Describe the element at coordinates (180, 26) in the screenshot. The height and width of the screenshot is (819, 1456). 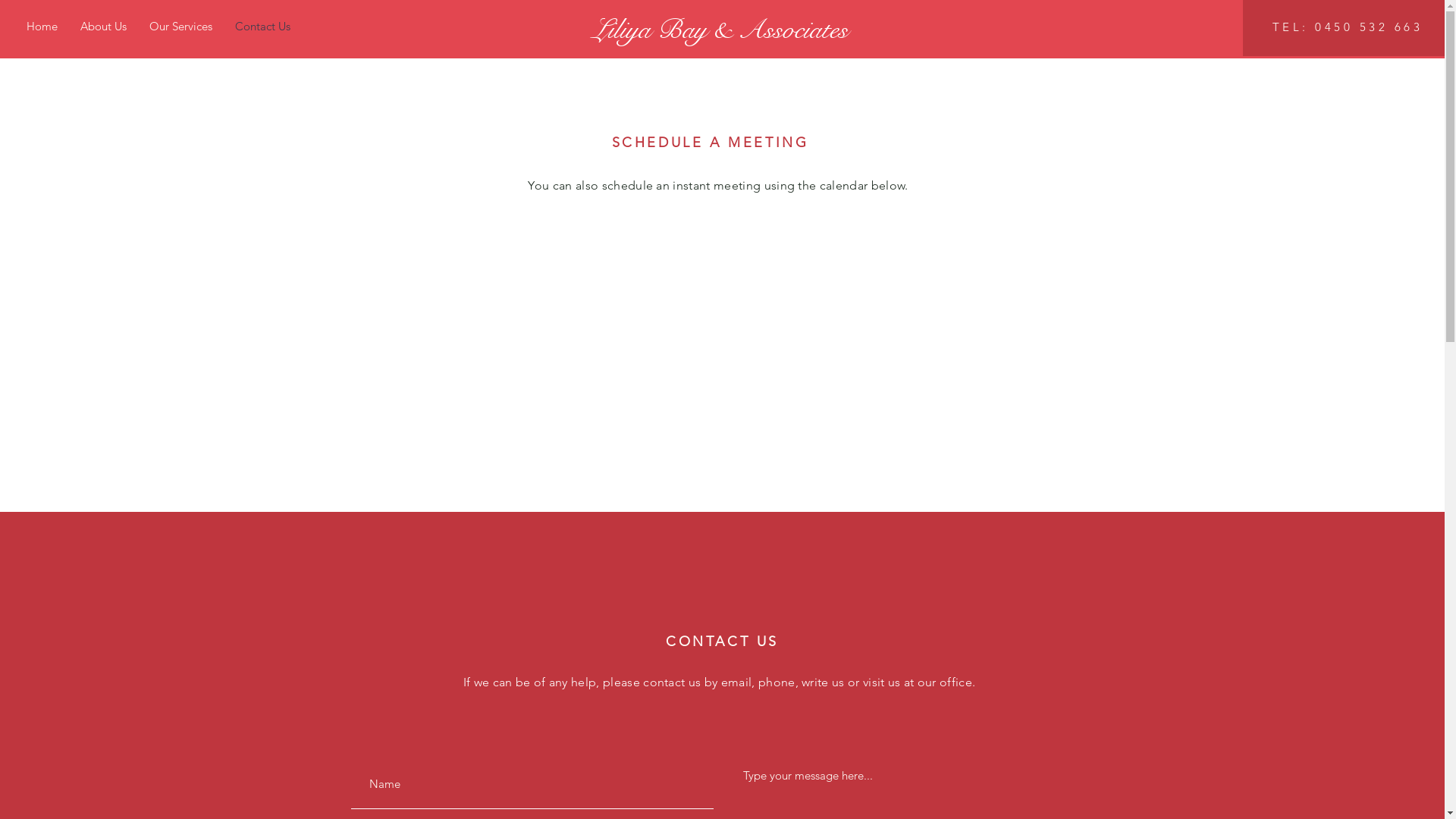
I see `'Our Services'` at that location.